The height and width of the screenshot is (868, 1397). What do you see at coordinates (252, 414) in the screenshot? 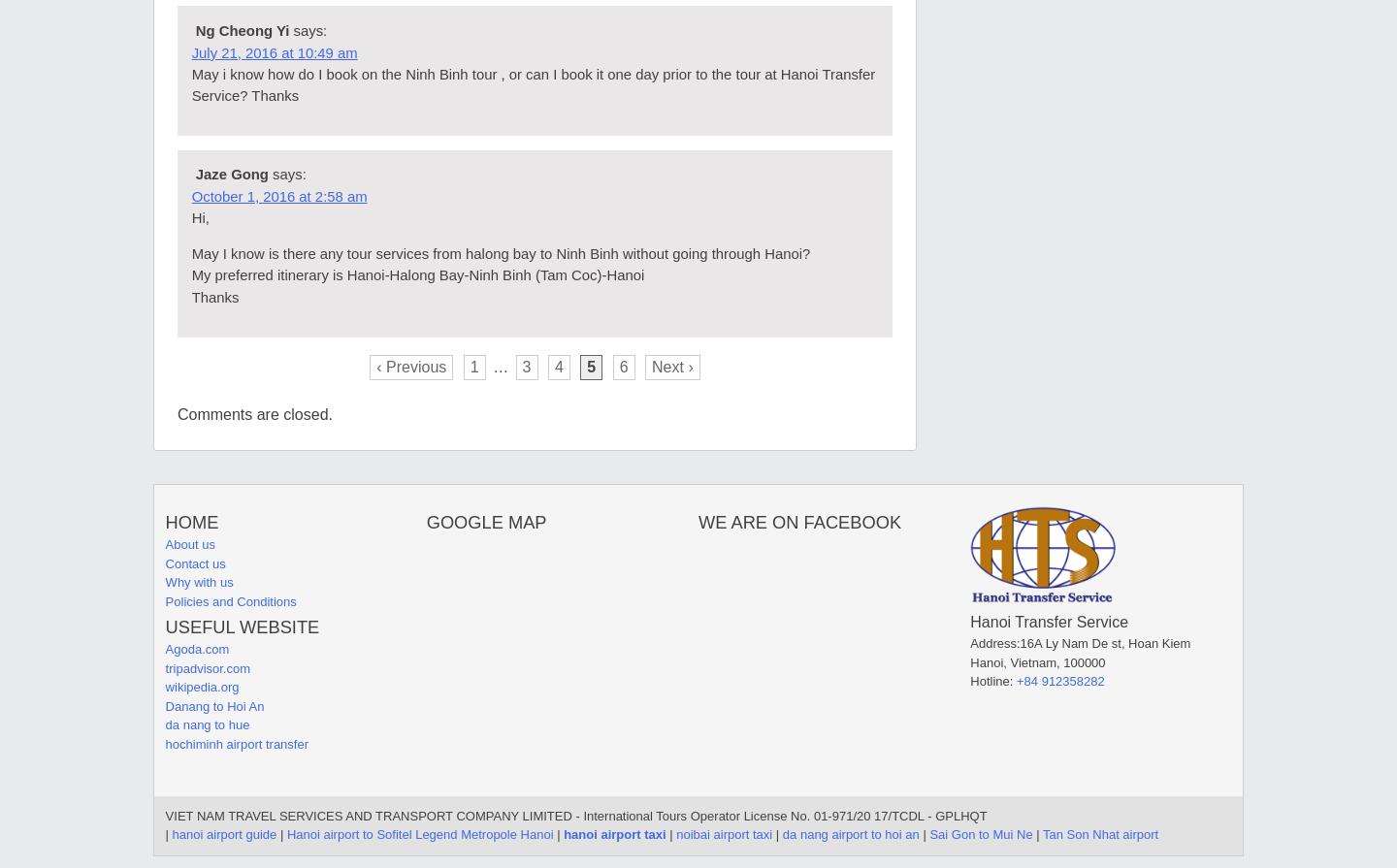
I see `'Comments are closed.'` at bounding box center [252, 414].